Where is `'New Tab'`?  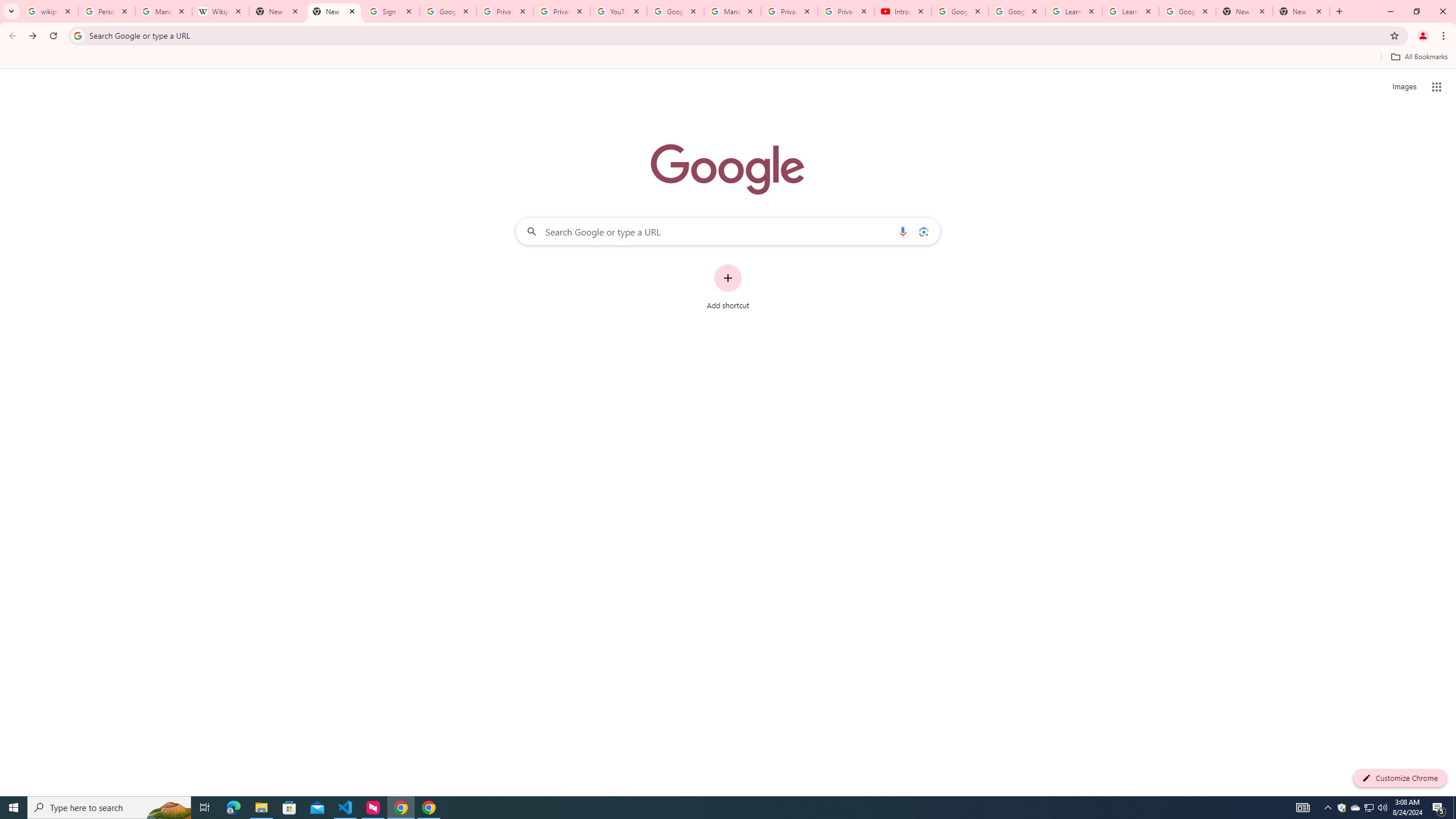 'New Tab' is located at coordinates (1244, 11).